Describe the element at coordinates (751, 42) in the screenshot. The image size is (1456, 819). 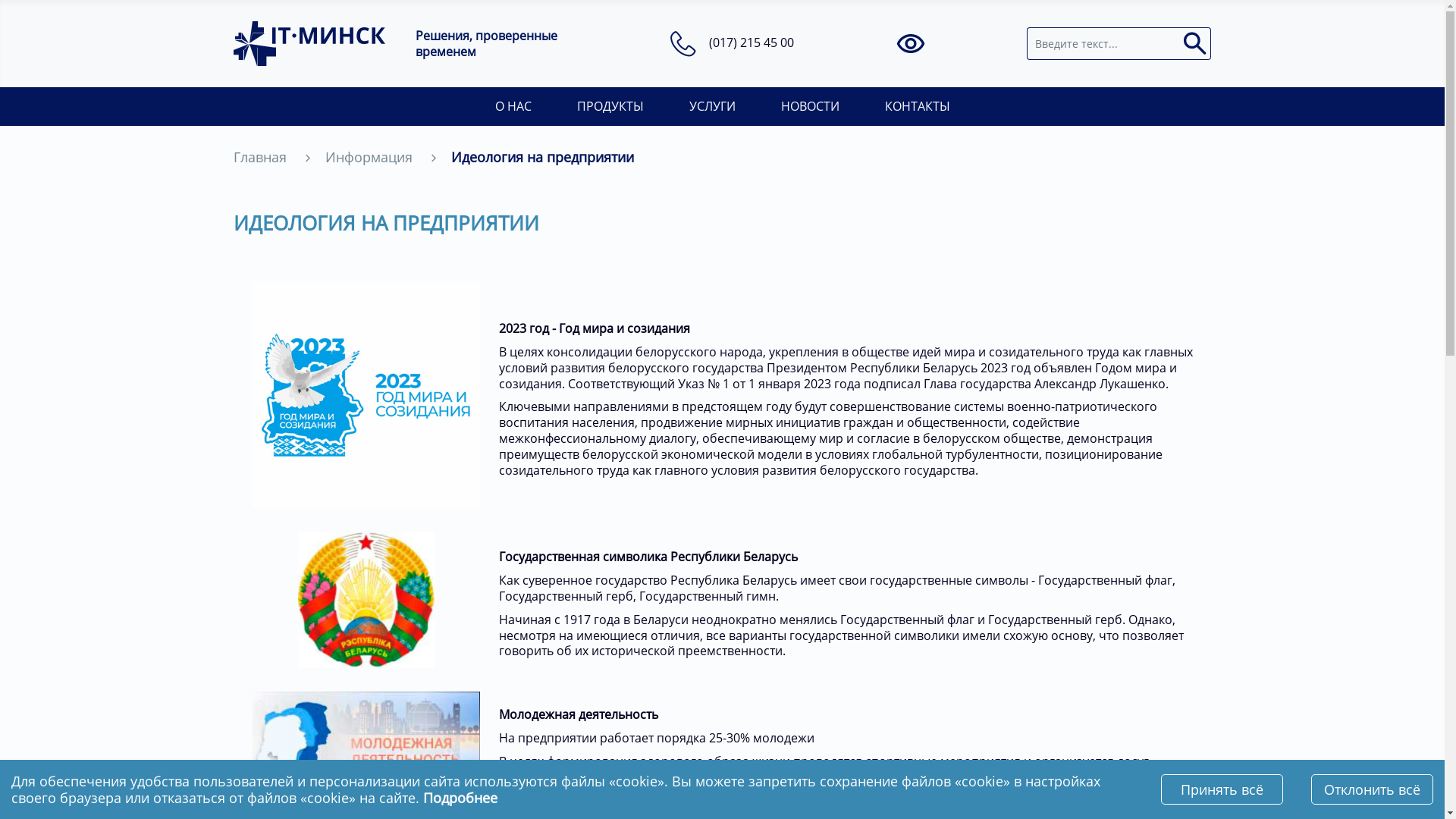
I see `'(017) 215 45 00'` at that location.